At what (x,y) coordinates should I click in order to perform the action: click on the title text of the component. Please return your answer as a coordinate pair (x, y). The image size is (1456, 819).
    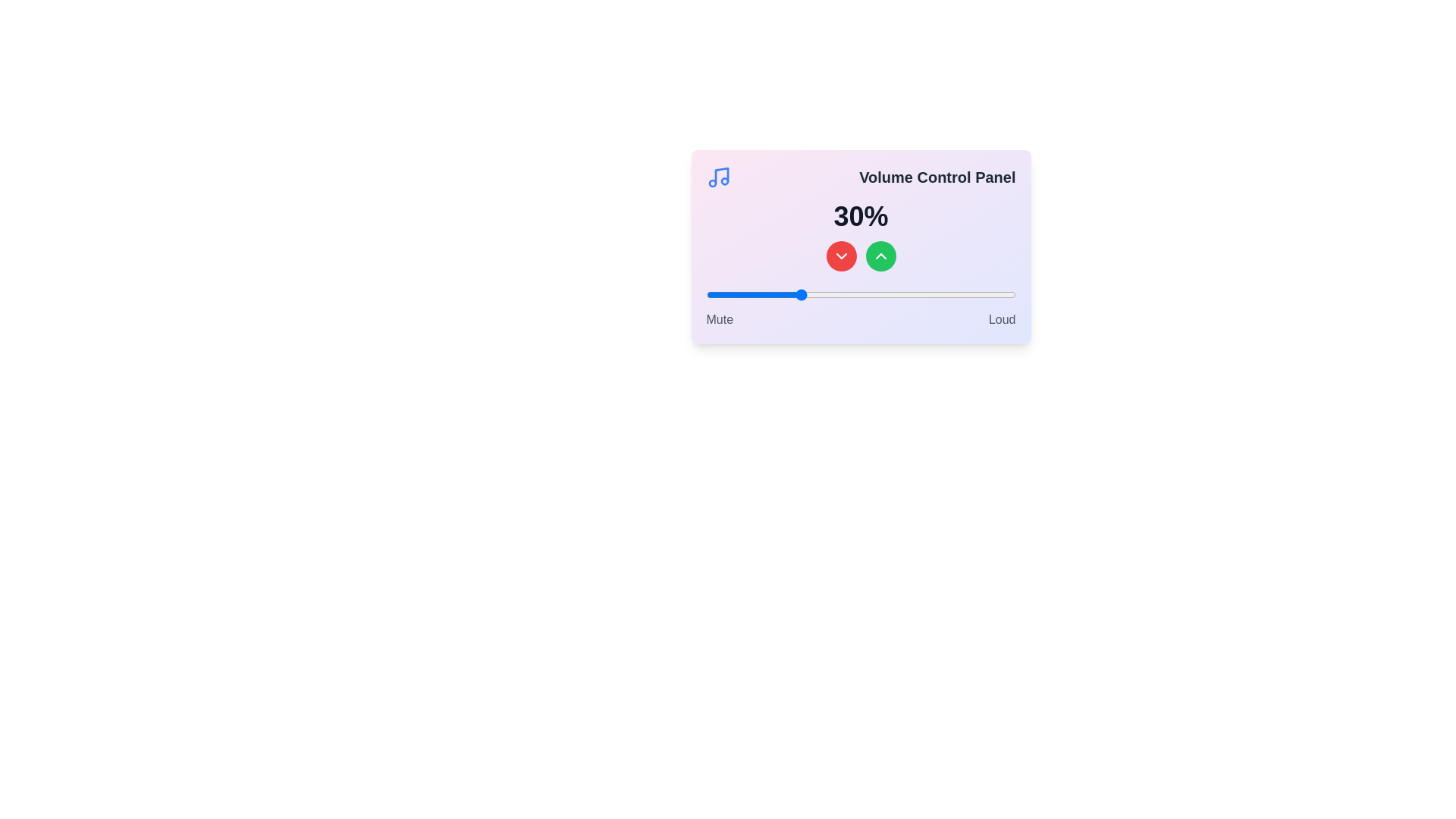
    Looking at the image, I should click on (860, 177).